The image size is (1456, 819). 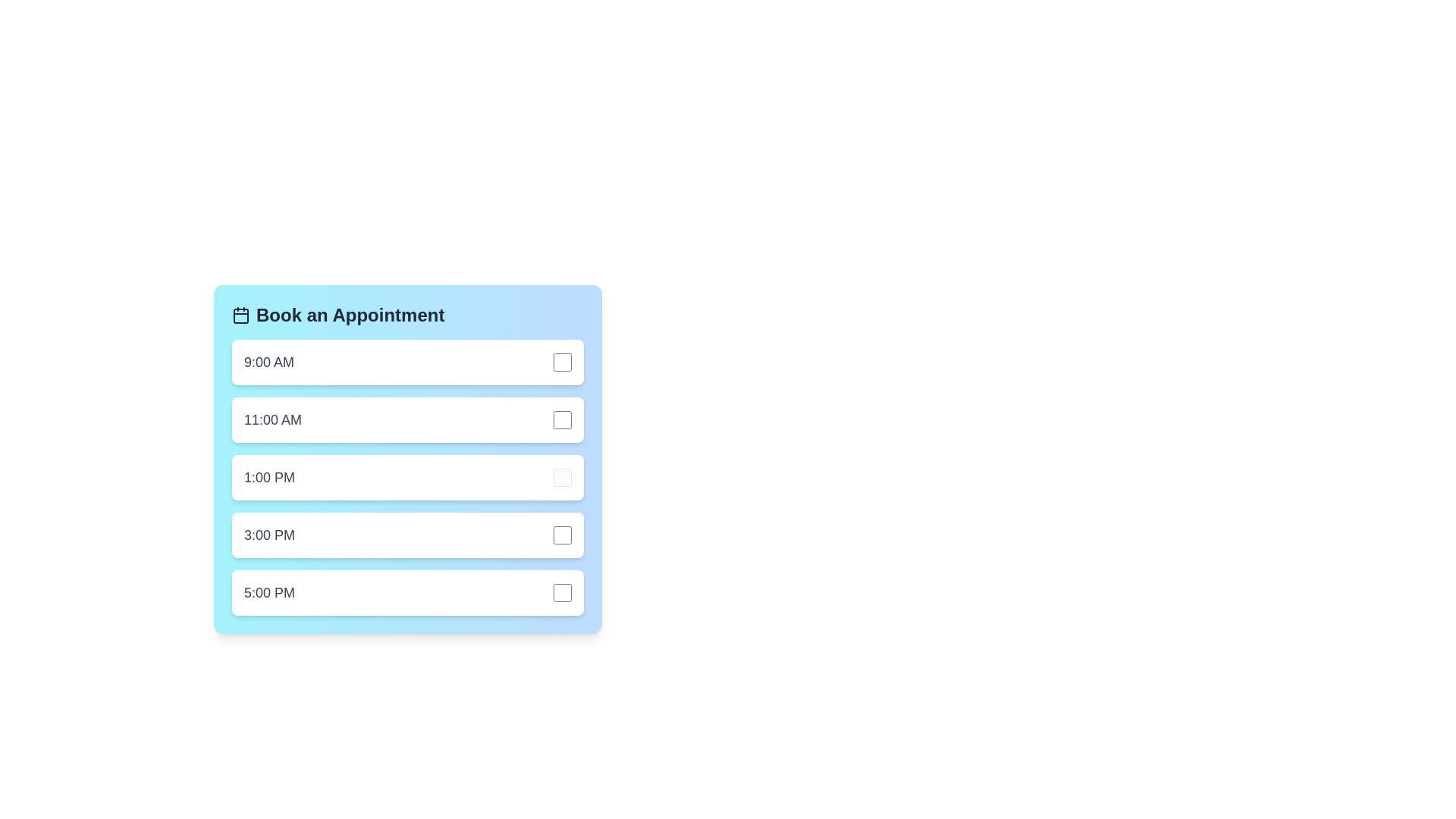 What do you see at coordinates (407, 476) in the screenshot?
I see `the time slot for 1:00 PM` at bounding box center [407, 476].